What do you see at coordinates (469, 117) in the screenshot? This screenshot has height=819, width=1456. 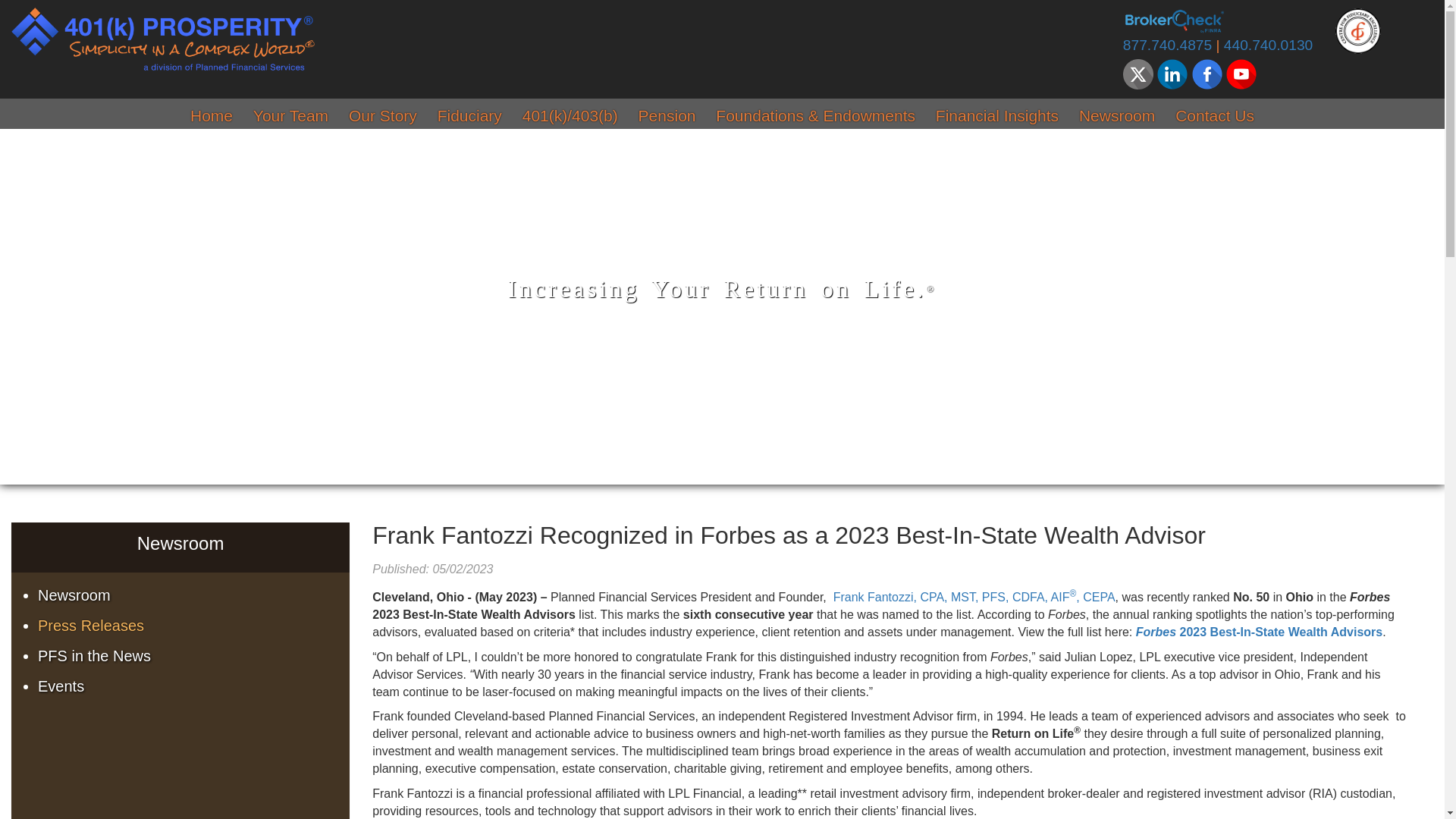 I see `'Fiduciary'` at bounding box center [469, 117].